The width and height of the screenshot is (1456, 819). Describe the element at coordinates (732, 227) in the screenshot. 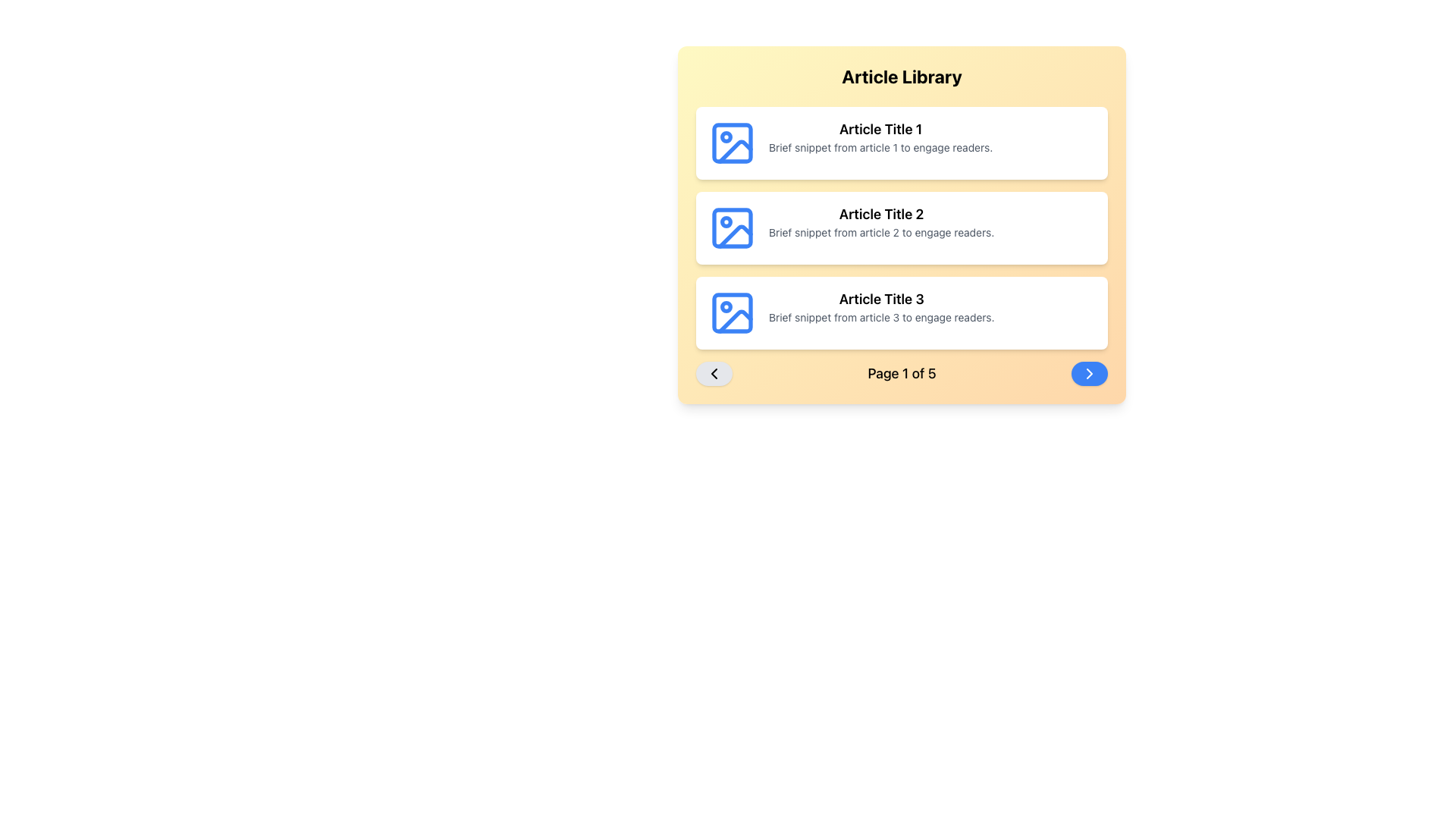

I see `the SVG graphic icon with a blue outline located to the left of 'Article Title 2' in the second row of articles` at that location.